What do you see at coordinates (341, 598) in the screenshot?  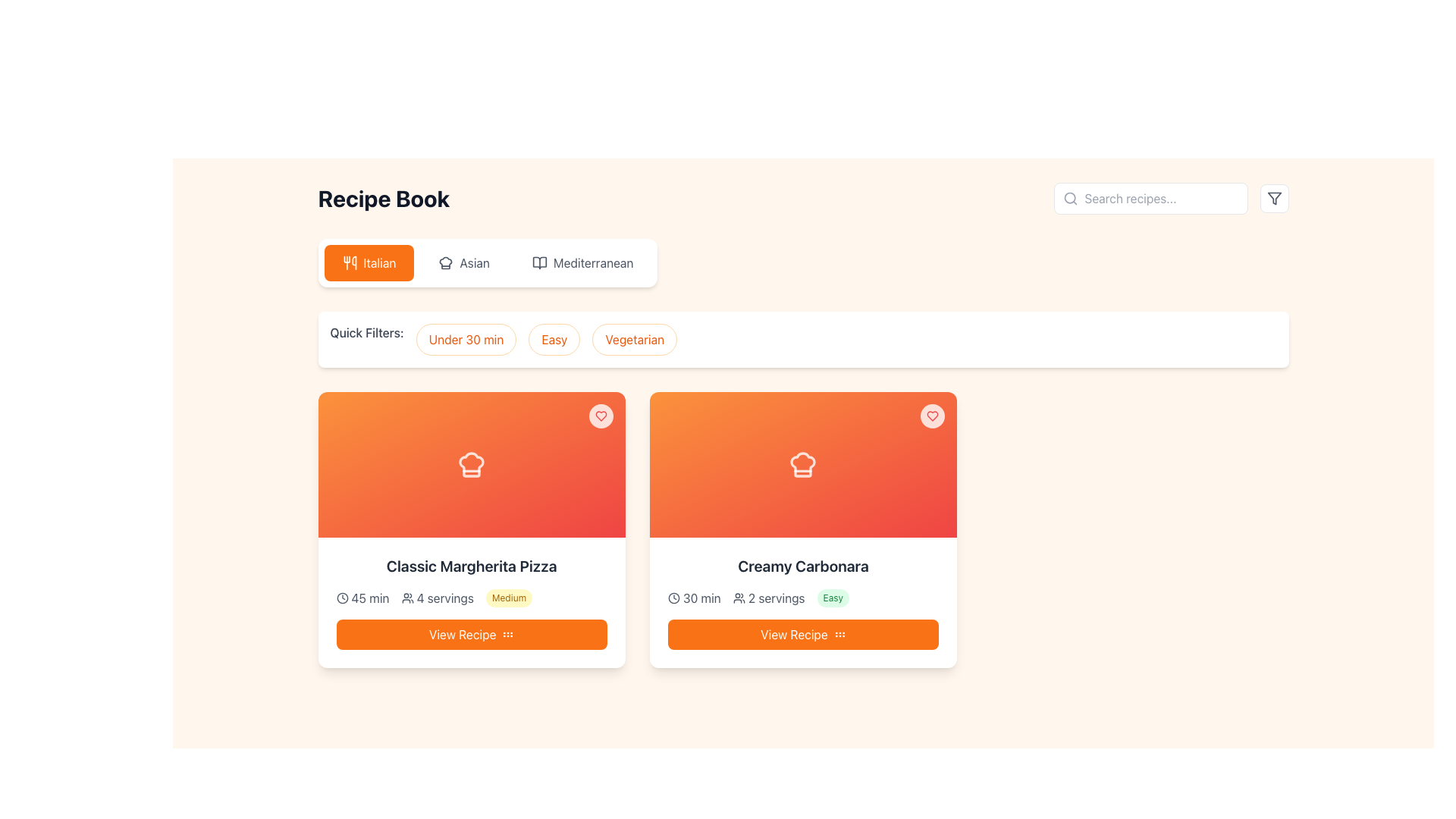 I see `the small monochromatic clock icon in the first recipe card for 'Classic Margherita Pizza', which is located to the left of the '45 min' duration text` at bounding box center [341, 598].